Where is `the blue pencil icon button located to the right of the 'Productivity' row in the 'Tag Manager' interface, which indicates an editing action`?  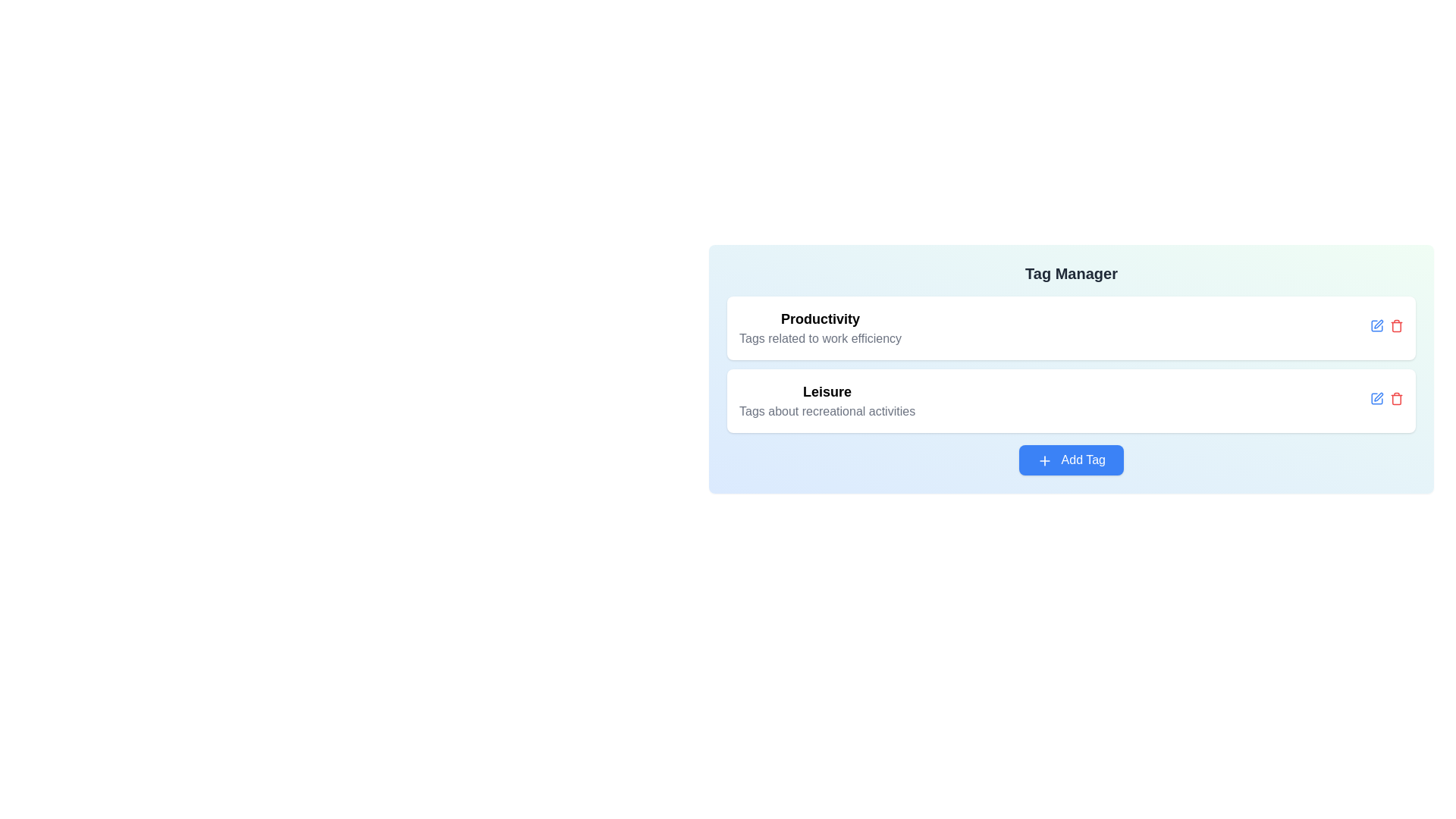
the blue pencil icon button located to the right of the 'Productivity' row in the 'Tag Manager' interface, which indicates an editing action is located at coordinates (1376, 325).